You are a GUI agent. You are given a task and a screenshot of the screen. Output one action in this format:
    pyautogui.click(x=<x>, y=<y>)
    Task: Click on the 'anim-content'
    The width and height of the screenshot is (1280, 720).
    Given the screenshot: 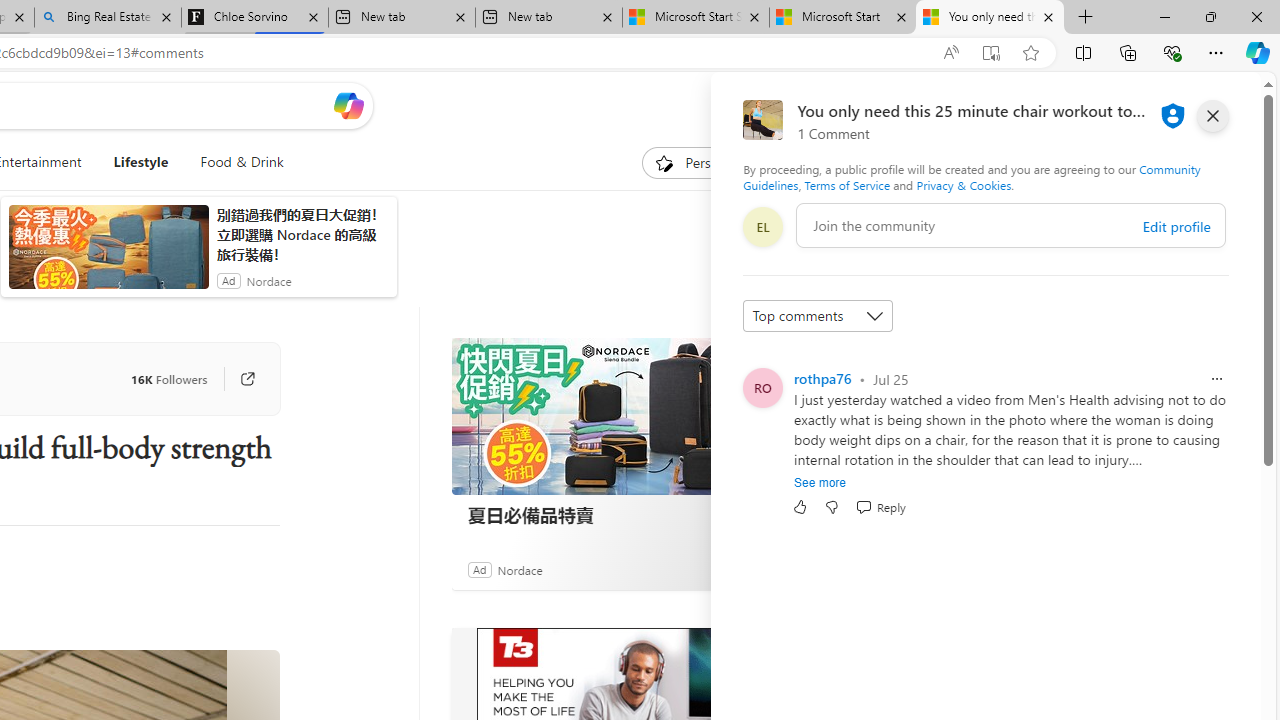 What is the action you would take?
    pyautogui.click(x=107, y=254)
    